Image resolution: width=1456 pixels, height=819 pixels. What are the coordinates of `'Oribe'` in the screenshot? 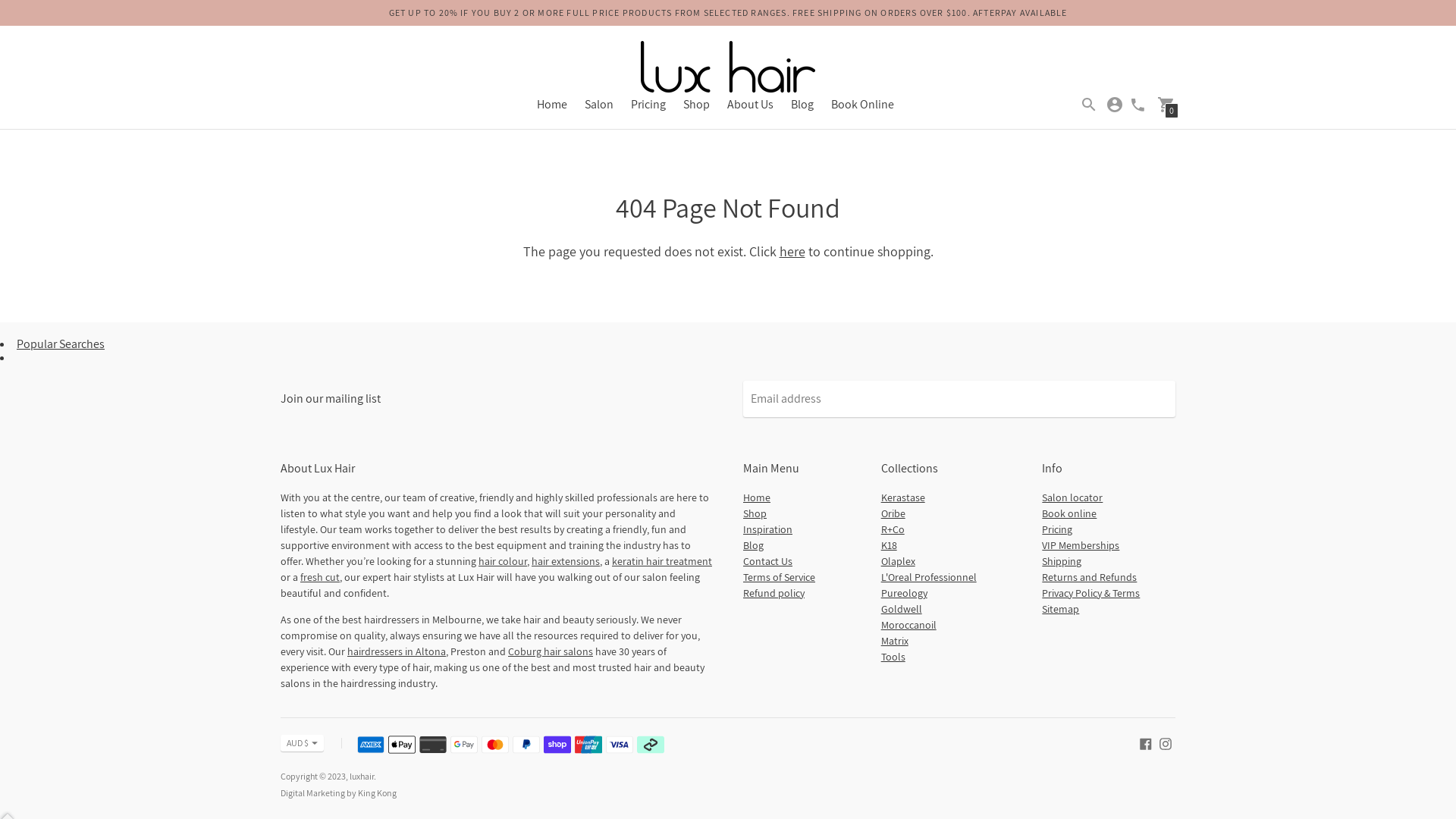 It's located at (880, 513).